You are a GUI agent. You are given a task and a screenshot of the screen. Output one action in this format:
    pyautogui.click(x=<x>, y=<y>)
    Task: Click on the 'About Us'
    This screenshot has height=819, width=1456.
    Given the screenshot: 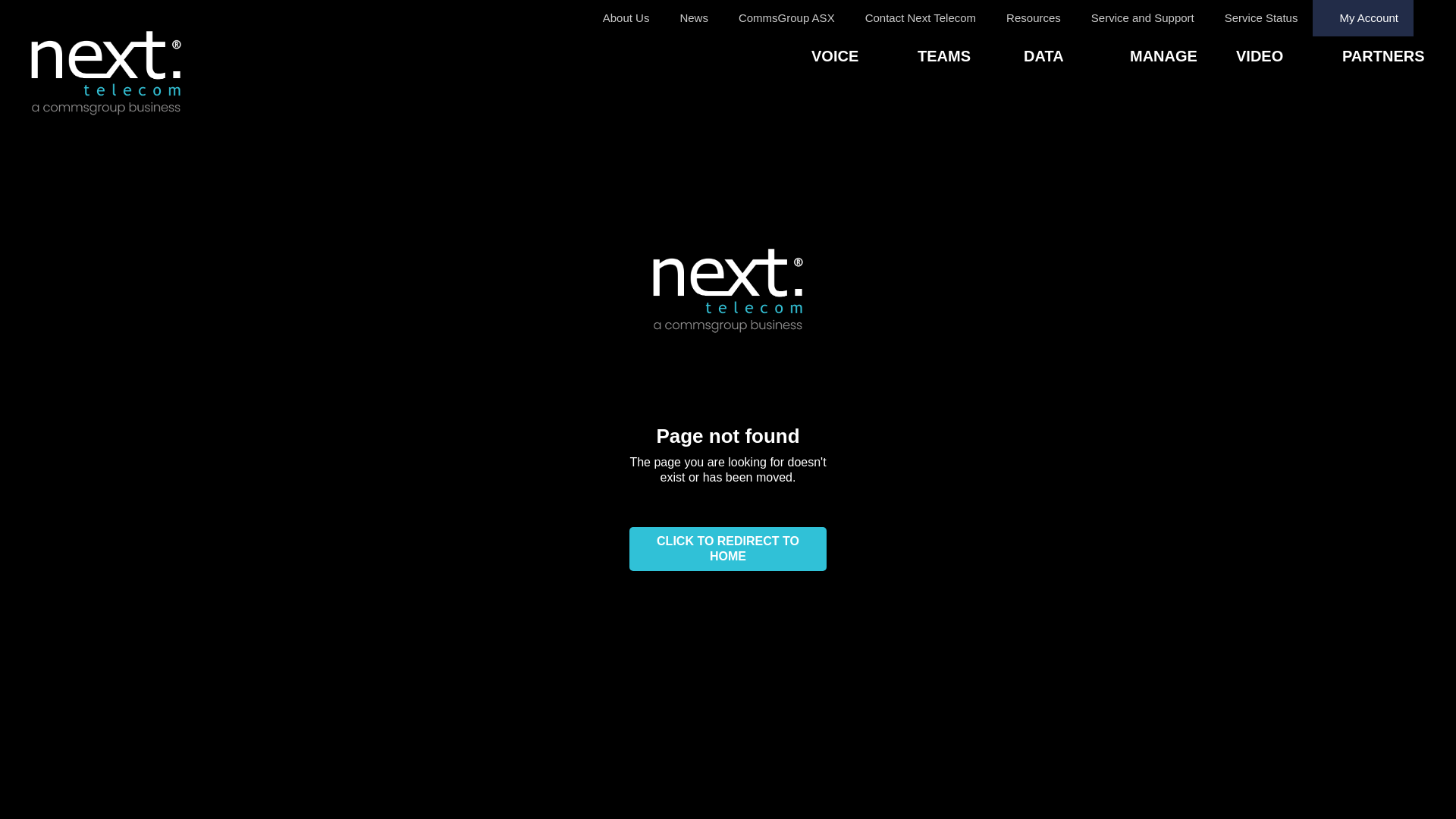 What is the action you would take?
    pyautogui.click(x=626, y=17)
    